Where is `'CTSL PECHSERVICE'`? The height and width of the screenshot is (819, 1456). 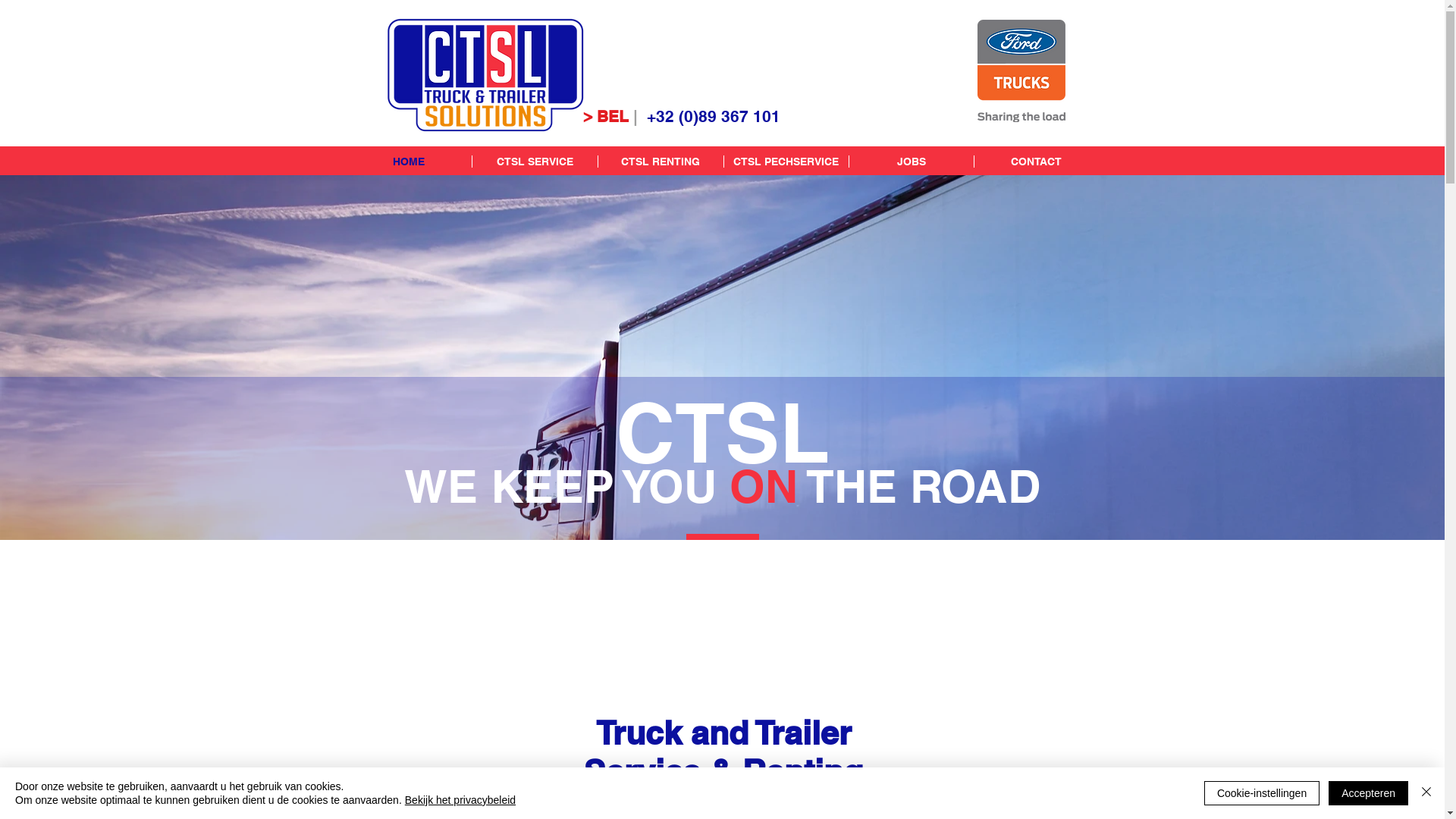 'CTSL PECHSERVICE' is located at coordinates (786, 161).